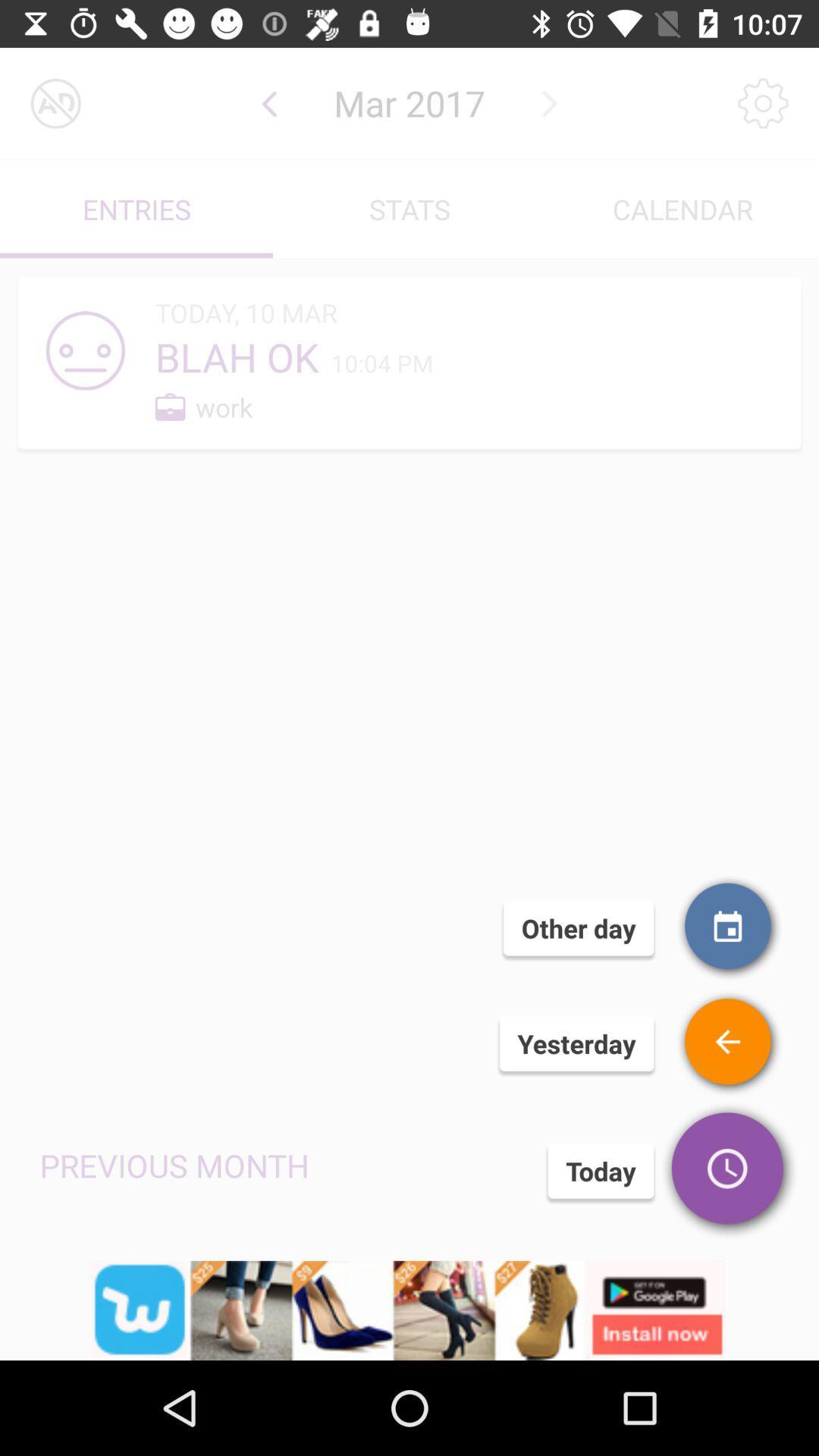  What do you see at coordinates (409, 1310) in the screenshot?
I see `advertisement` at bounding box center [409, 1310].